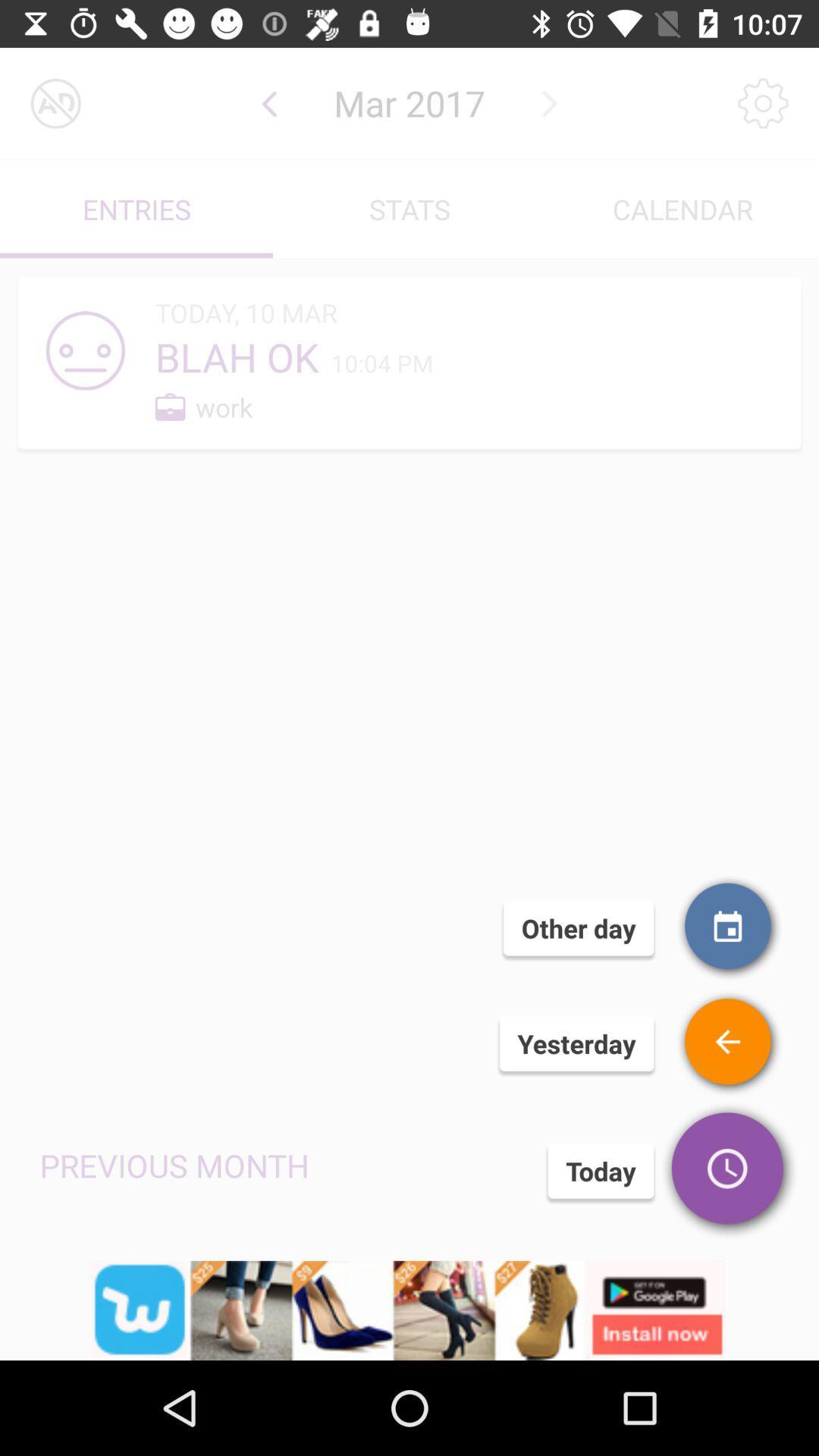  What do you see at coordinates (409, 1310) in the screenshot?
I see `advertisement` at bounding box center [409, 1310].